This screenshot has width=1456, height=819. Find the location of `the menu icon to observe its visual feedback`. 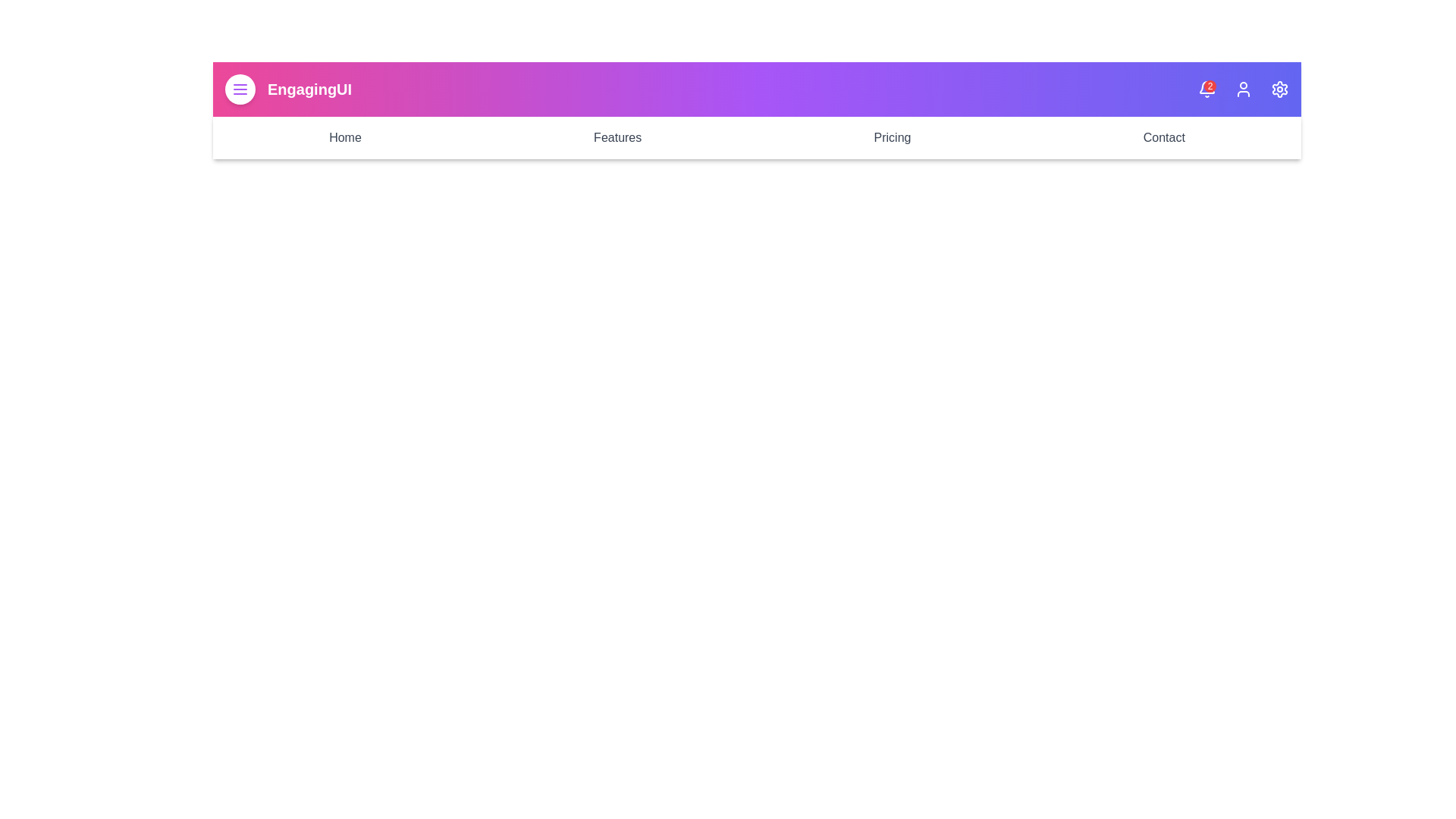

the menu icon to observe its visual feedback is located at coordinates (239, 89).